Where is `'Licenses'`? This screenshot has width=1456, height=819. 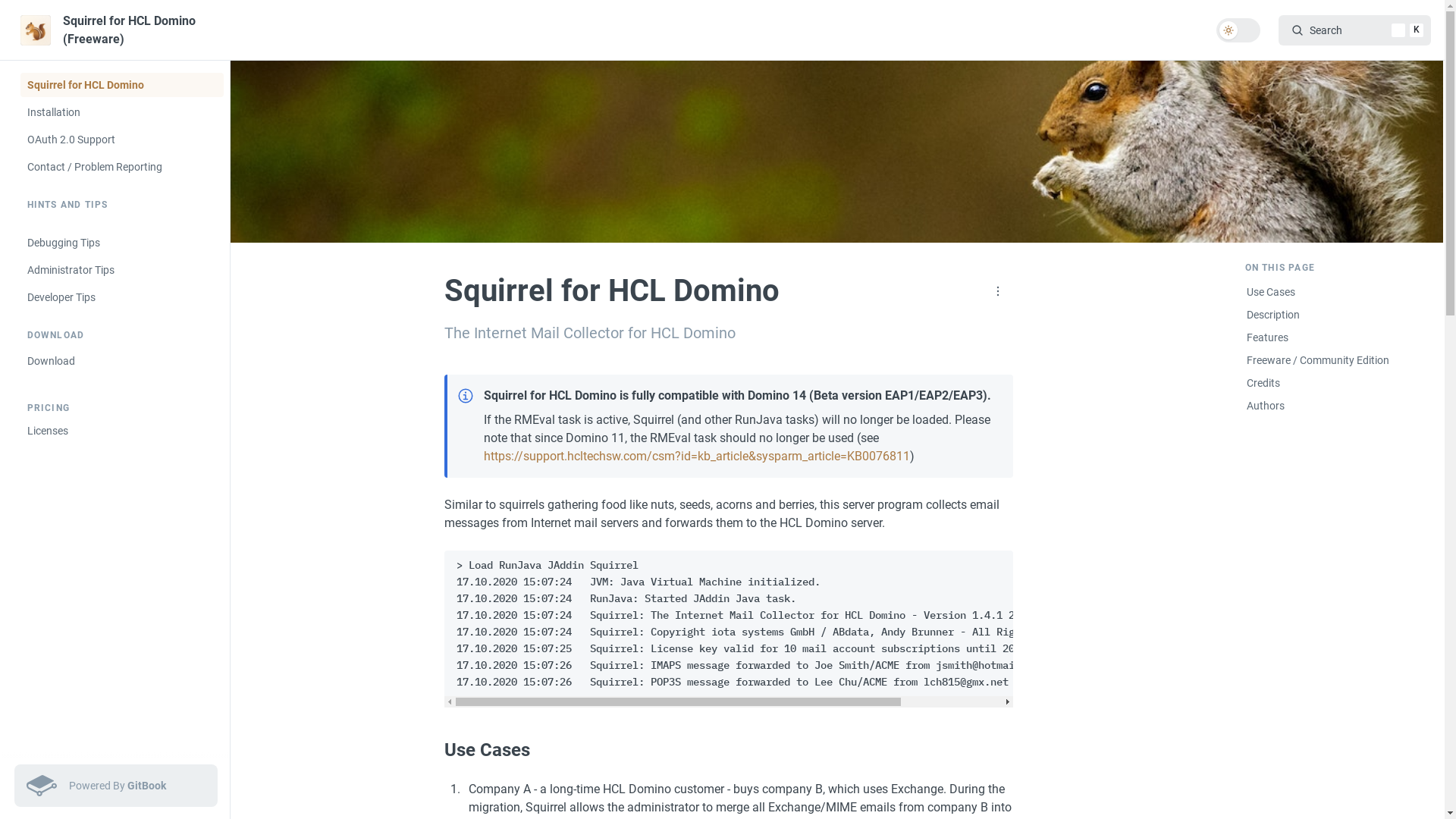
'Licenses' is located at coordinates (120, 430).